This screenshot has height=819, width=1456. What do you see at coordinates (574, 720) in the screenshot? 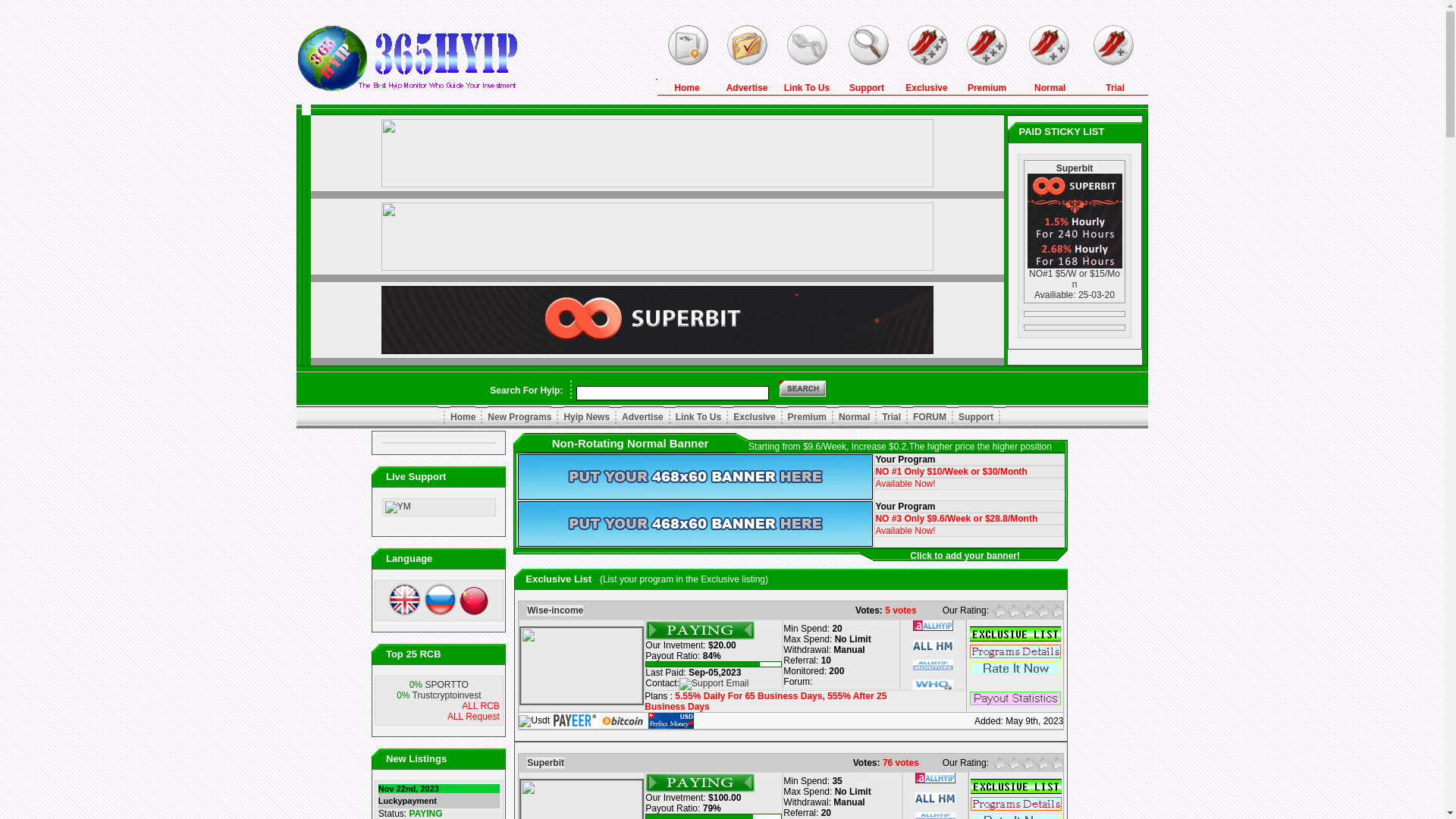
I see `'Payeer'` at bounding box center [574, 720].